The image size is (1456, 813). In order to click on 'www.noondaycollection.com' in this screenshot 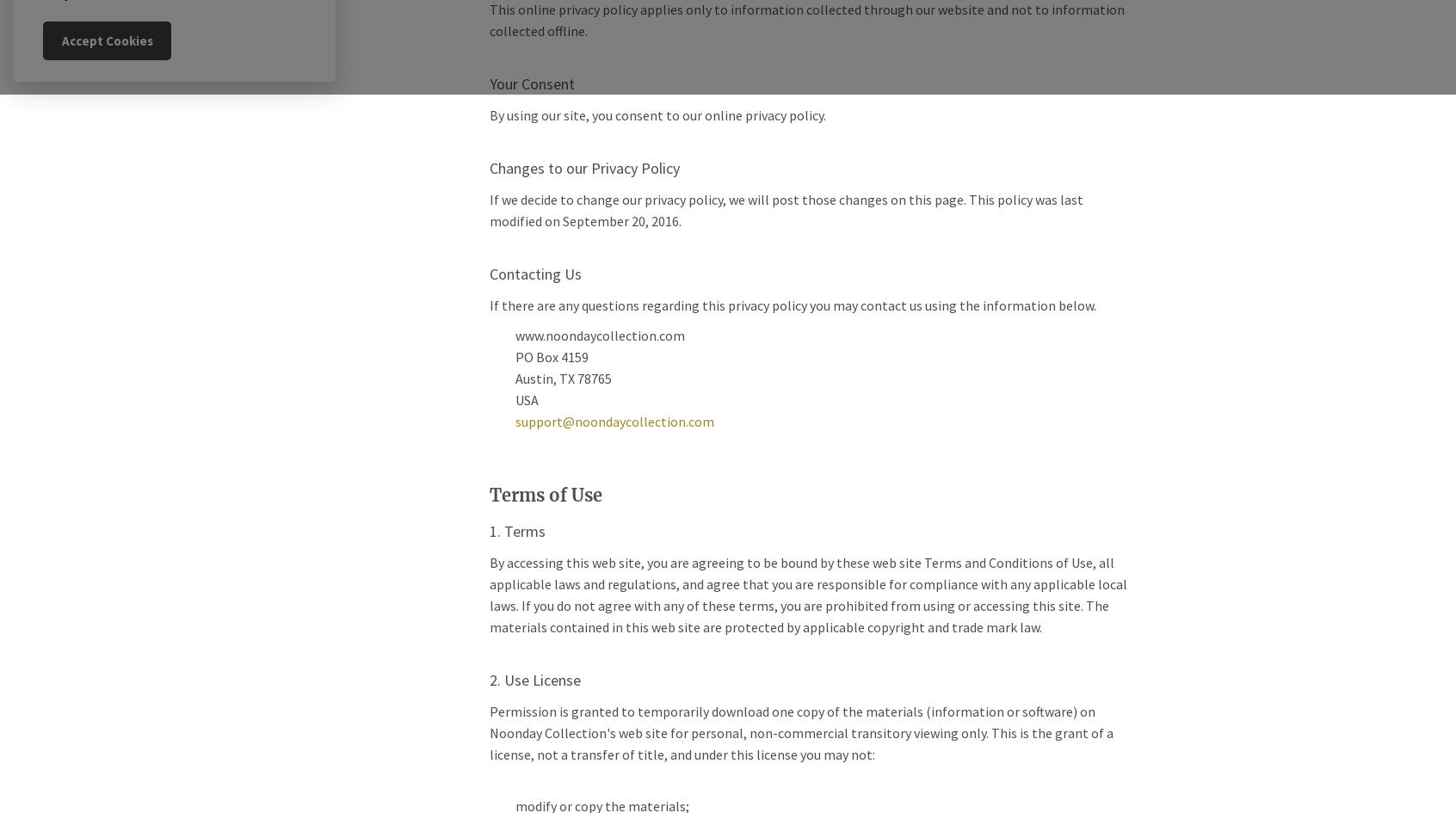, I will do `click(599, 335)`.